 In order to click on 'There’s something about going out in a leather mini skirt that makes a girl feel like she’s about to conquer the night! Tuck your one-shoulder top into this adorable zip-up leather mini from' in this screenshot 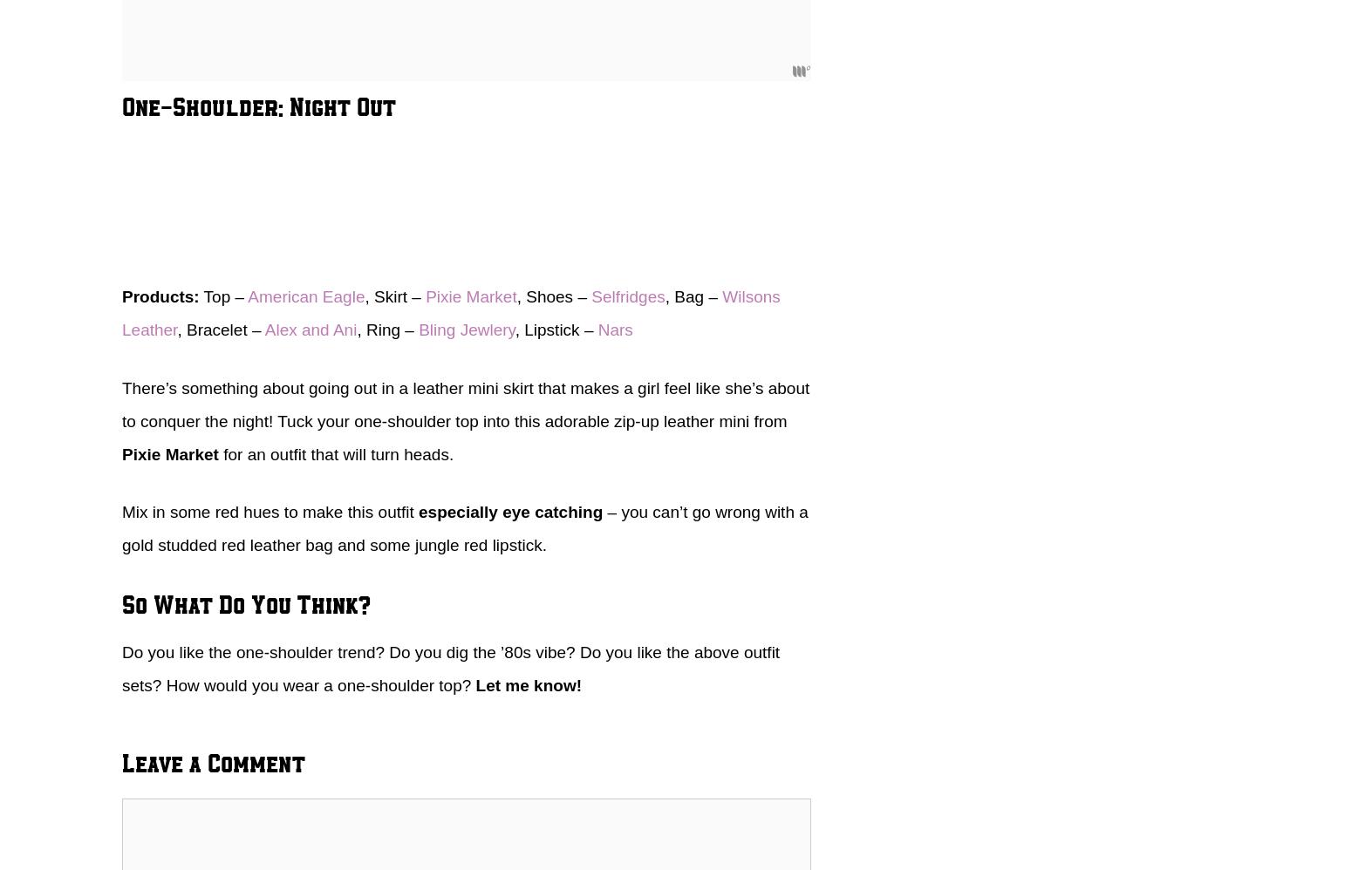, I will do `click(466, 403)`.